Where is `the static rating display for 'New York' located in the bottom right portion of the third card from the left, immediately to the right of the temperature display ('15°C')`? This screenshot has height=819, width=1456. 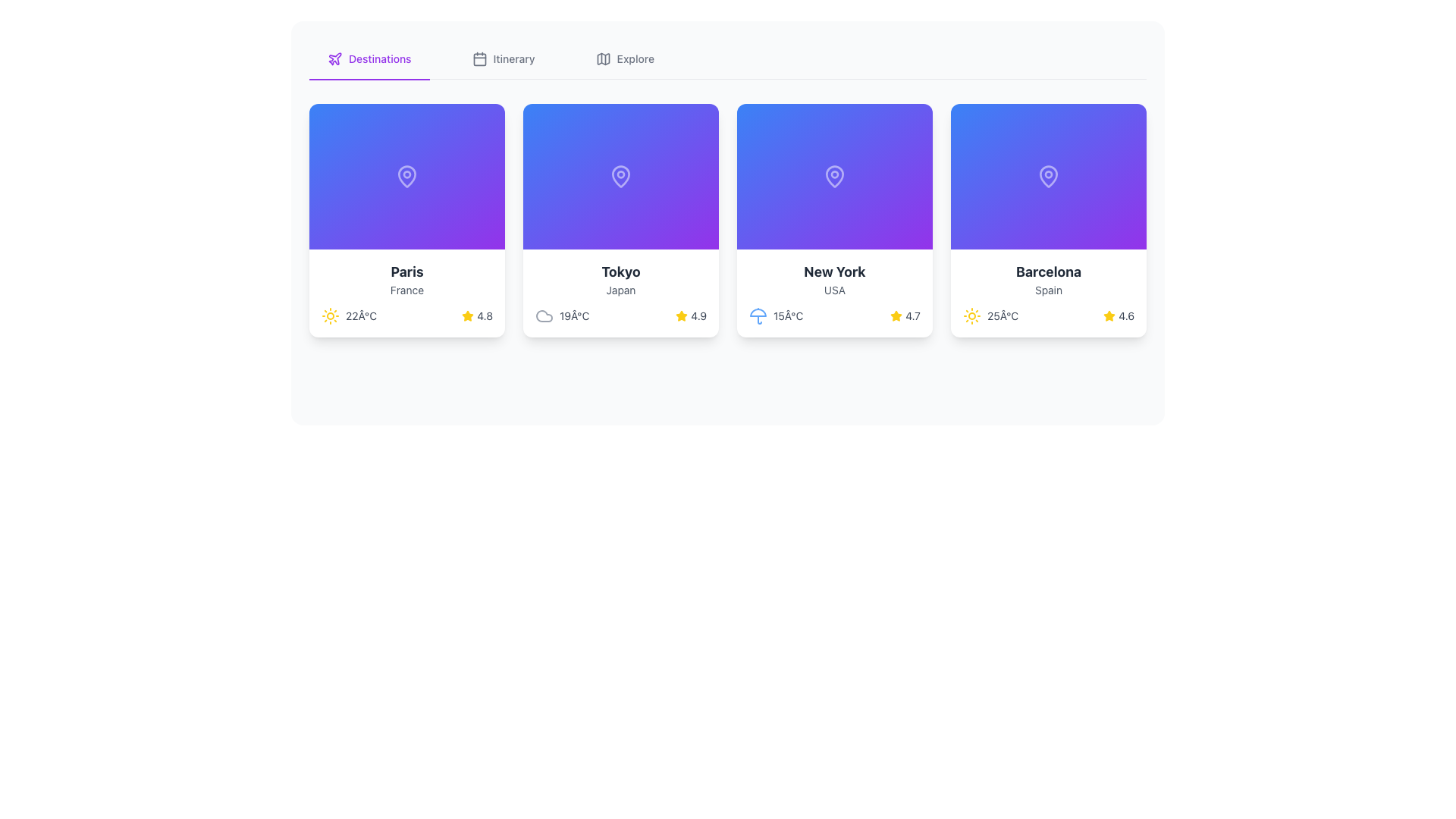
the static rating display for 'New York' located in the bottom right portion of the third card from the left, immediately to the right of the temperature display ('15°C') is located at coordinates (905, 315).